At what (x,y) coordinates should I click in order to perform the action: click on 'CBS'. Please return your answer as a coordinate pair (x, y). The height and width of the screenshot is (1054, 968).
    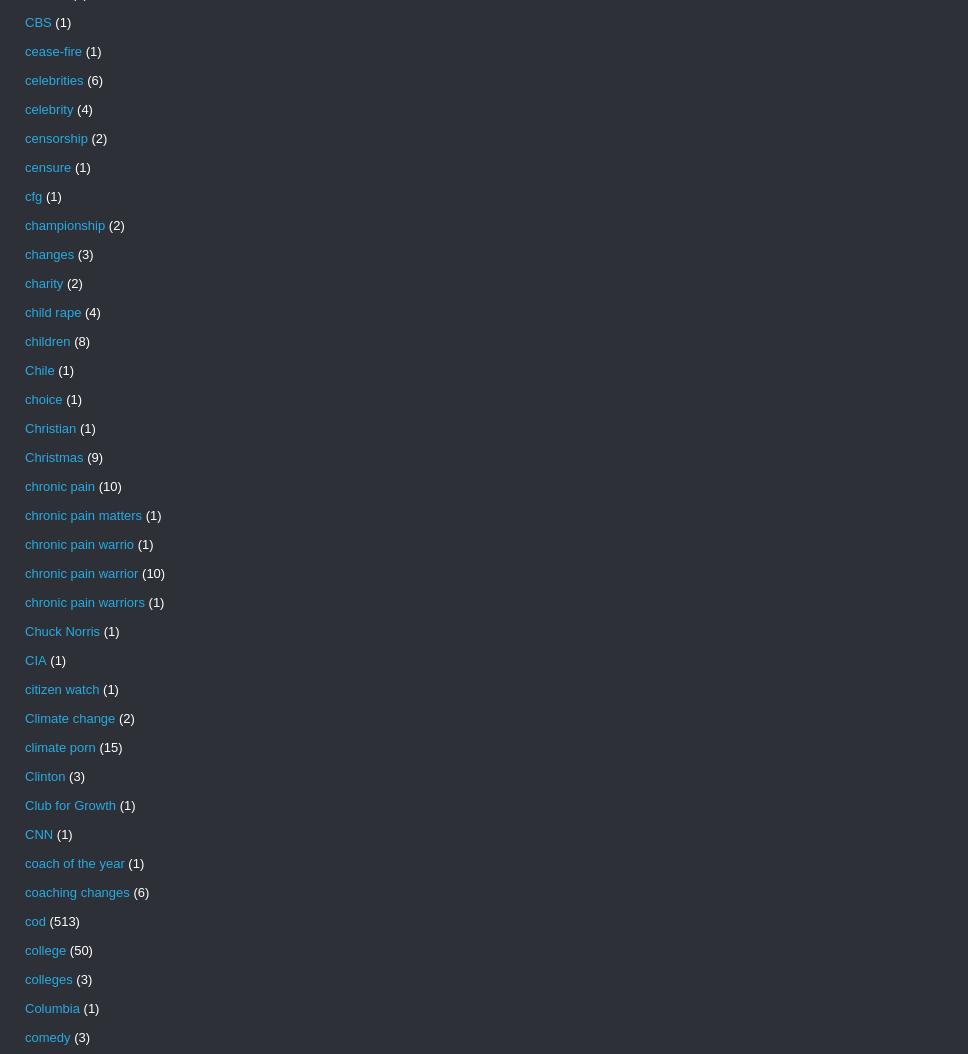
    Looking at the image, I should click on (38, 22).